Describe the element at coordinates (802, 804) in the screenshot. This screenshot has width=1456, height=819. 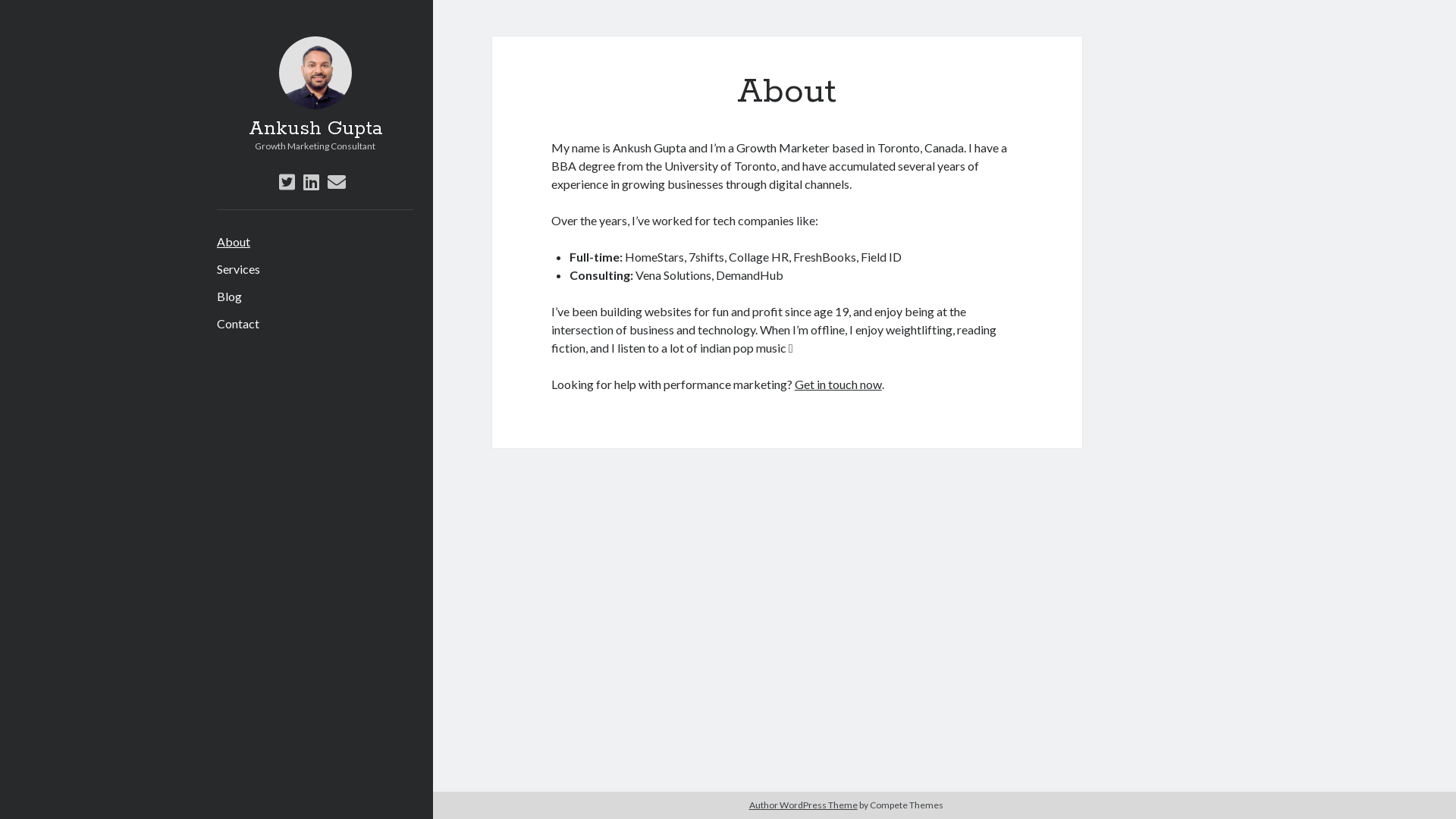
I see `'Author WordPress Theme'` at that location.